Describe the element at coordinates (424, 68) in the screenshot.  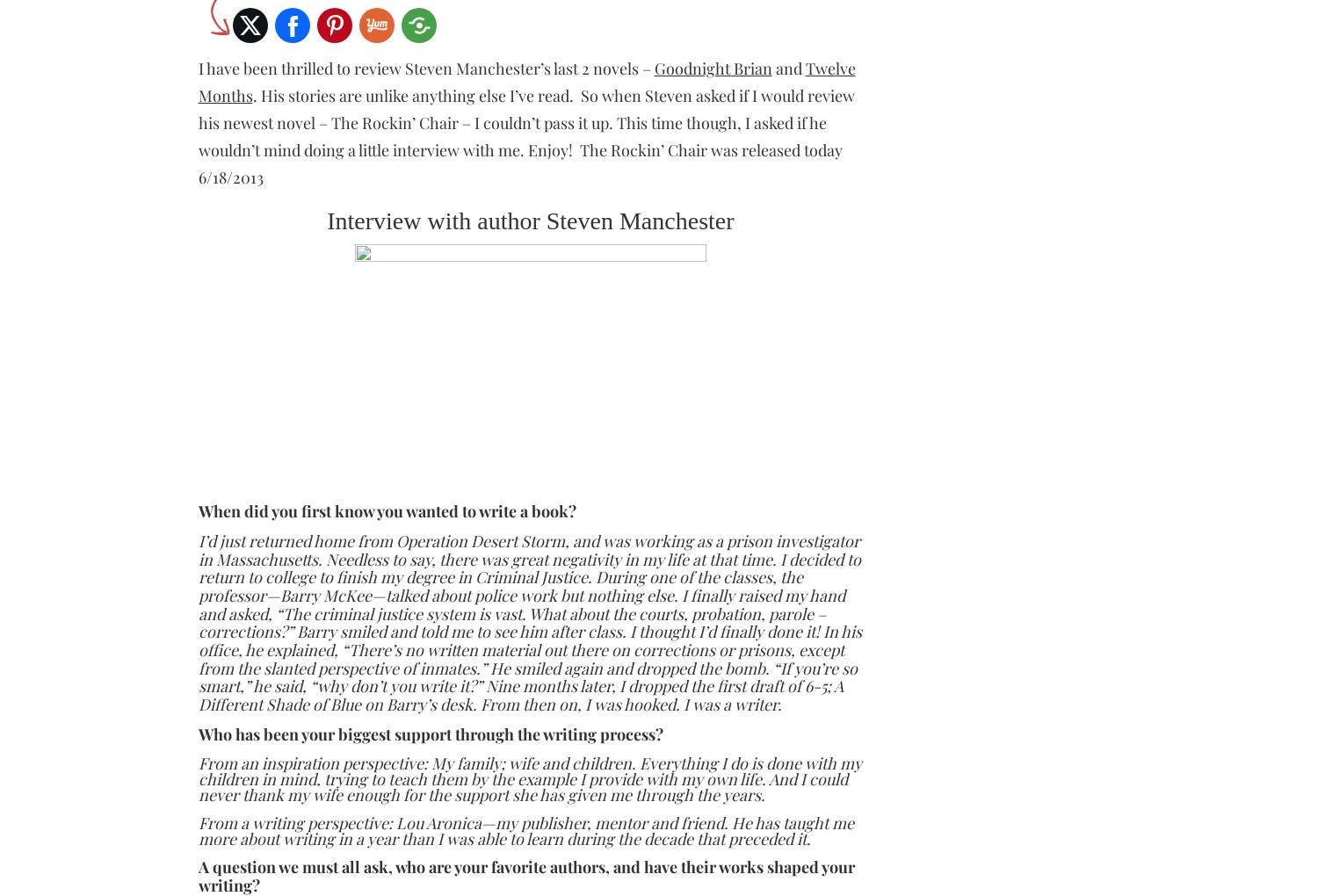
I see `'I have been thrilled to review Steven Manchester’s last 2 novels –'` at that location.